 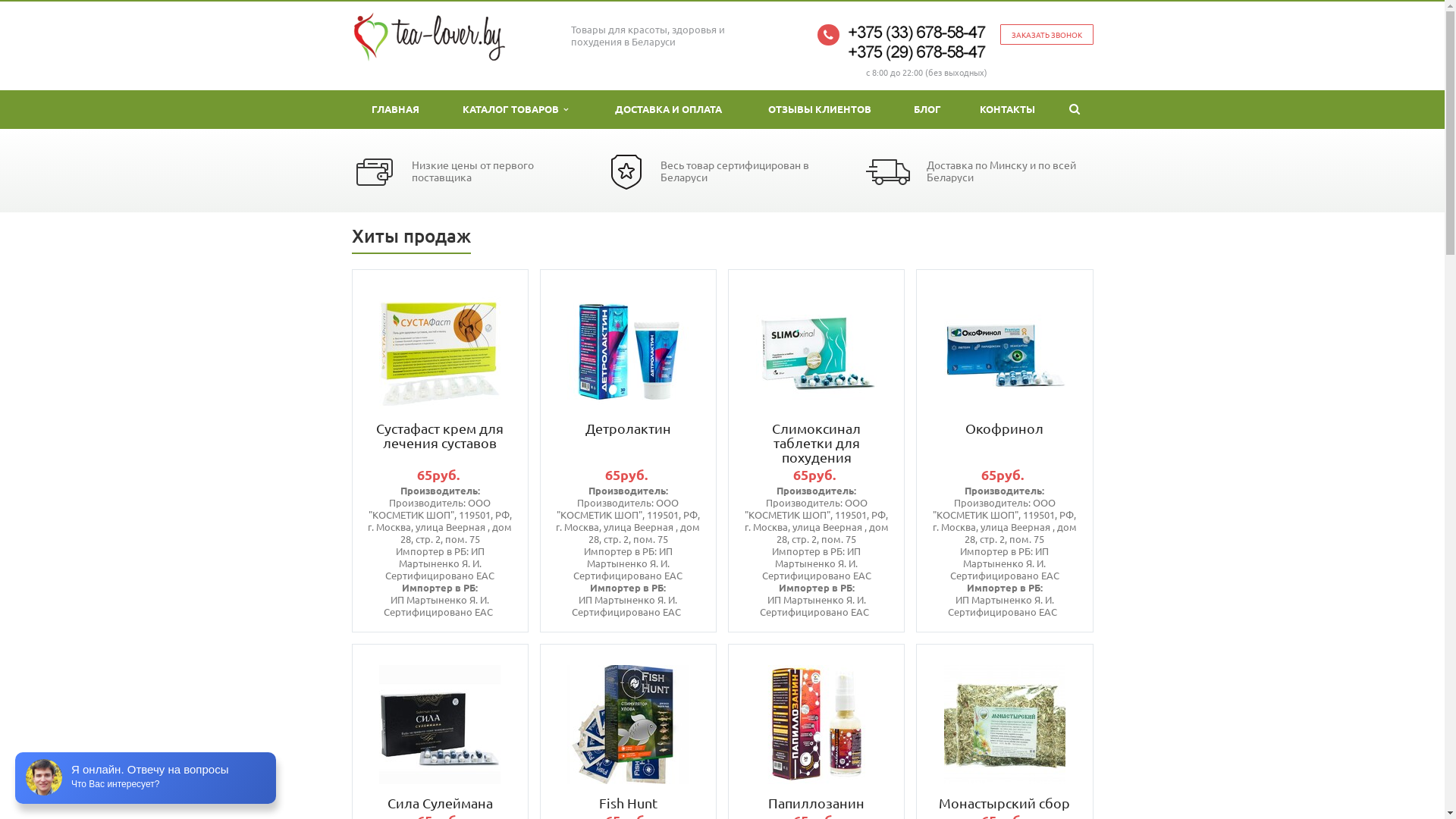 I want to click on 'Fish Hunt', so click(x=628, y=723).